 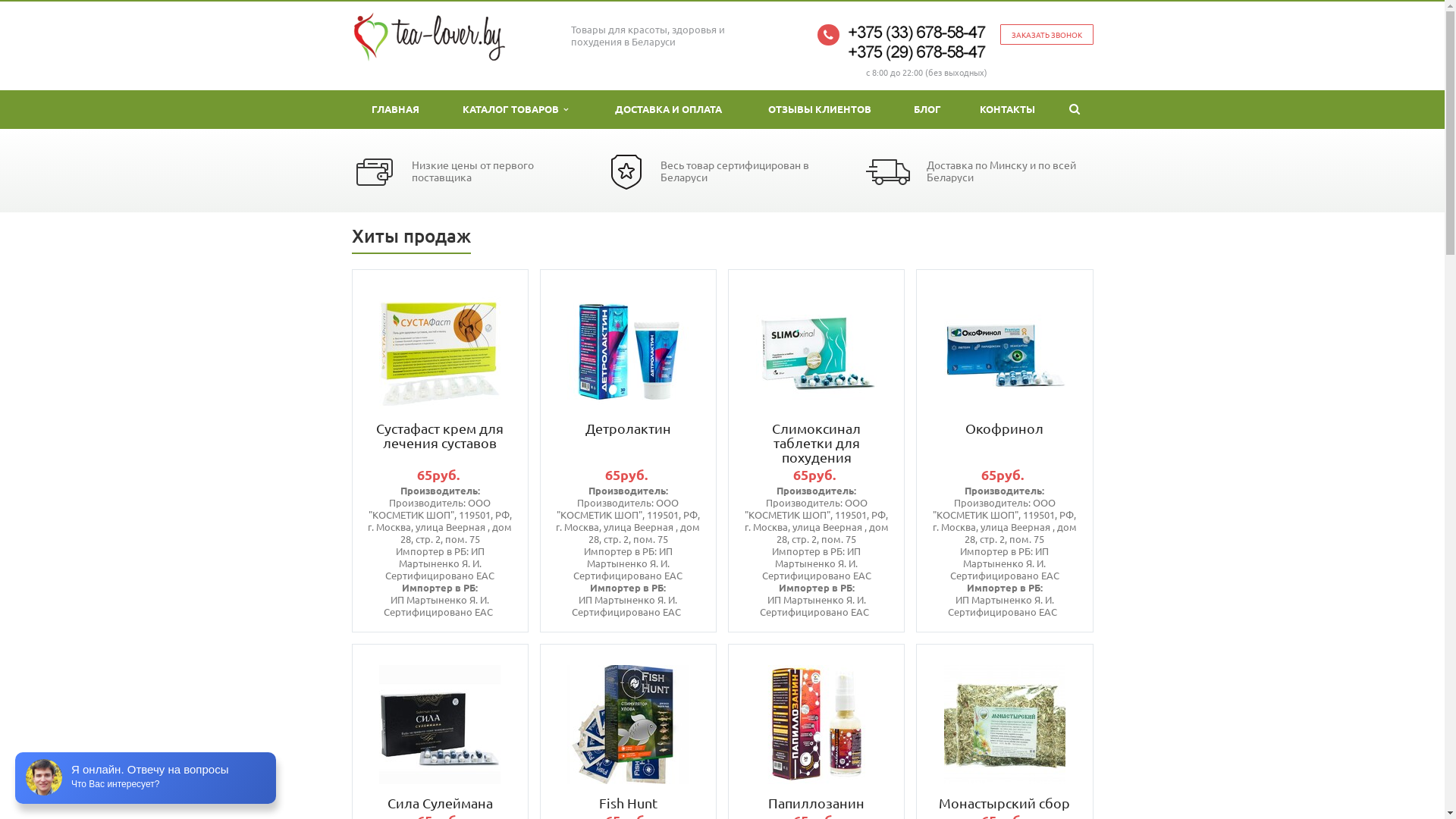 I want to click on 'Fish Hunt', so click(x=628, y=723).